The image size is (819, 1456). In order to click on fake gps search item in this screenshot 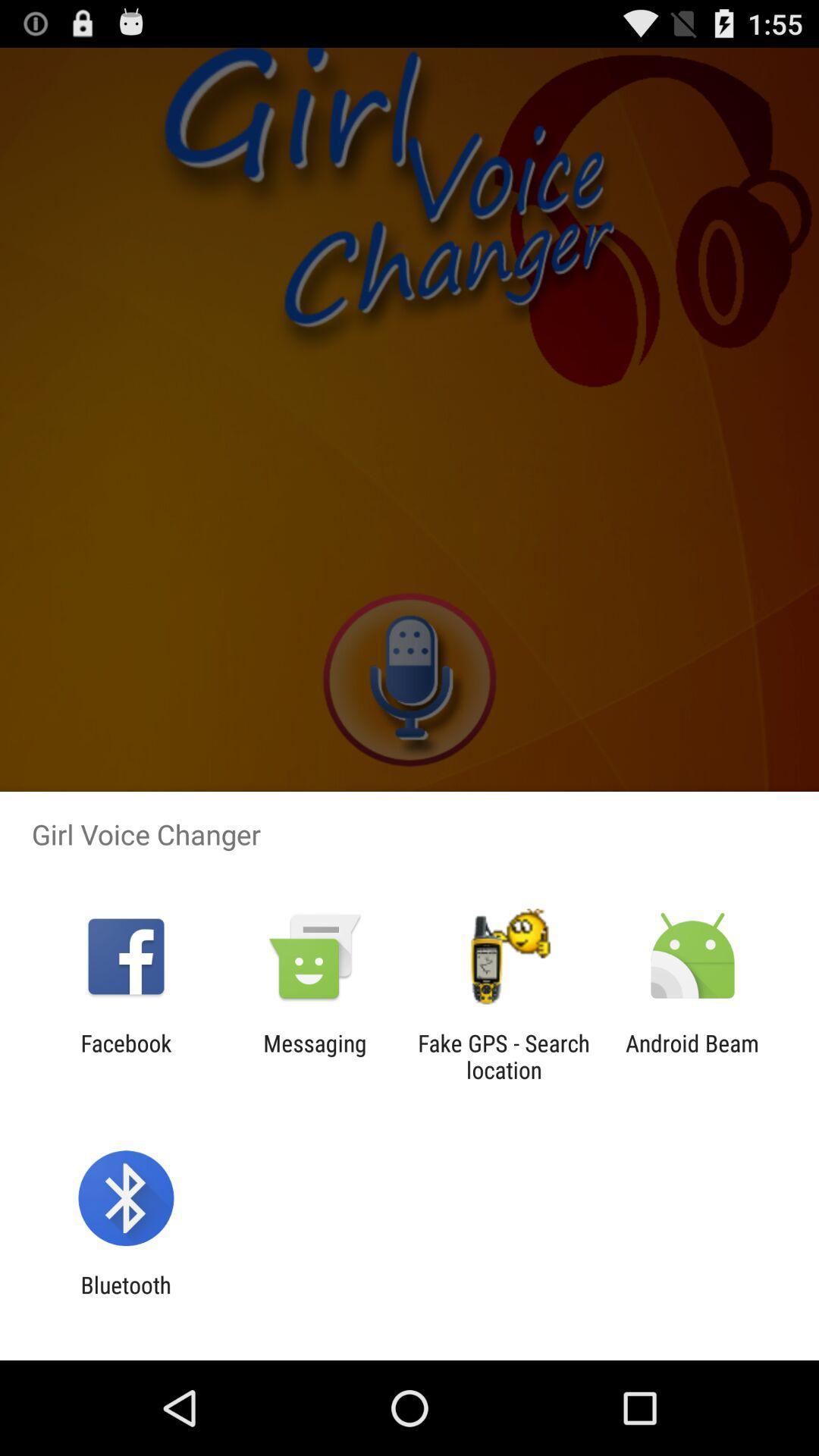, I will do `click(504, 1056)`.